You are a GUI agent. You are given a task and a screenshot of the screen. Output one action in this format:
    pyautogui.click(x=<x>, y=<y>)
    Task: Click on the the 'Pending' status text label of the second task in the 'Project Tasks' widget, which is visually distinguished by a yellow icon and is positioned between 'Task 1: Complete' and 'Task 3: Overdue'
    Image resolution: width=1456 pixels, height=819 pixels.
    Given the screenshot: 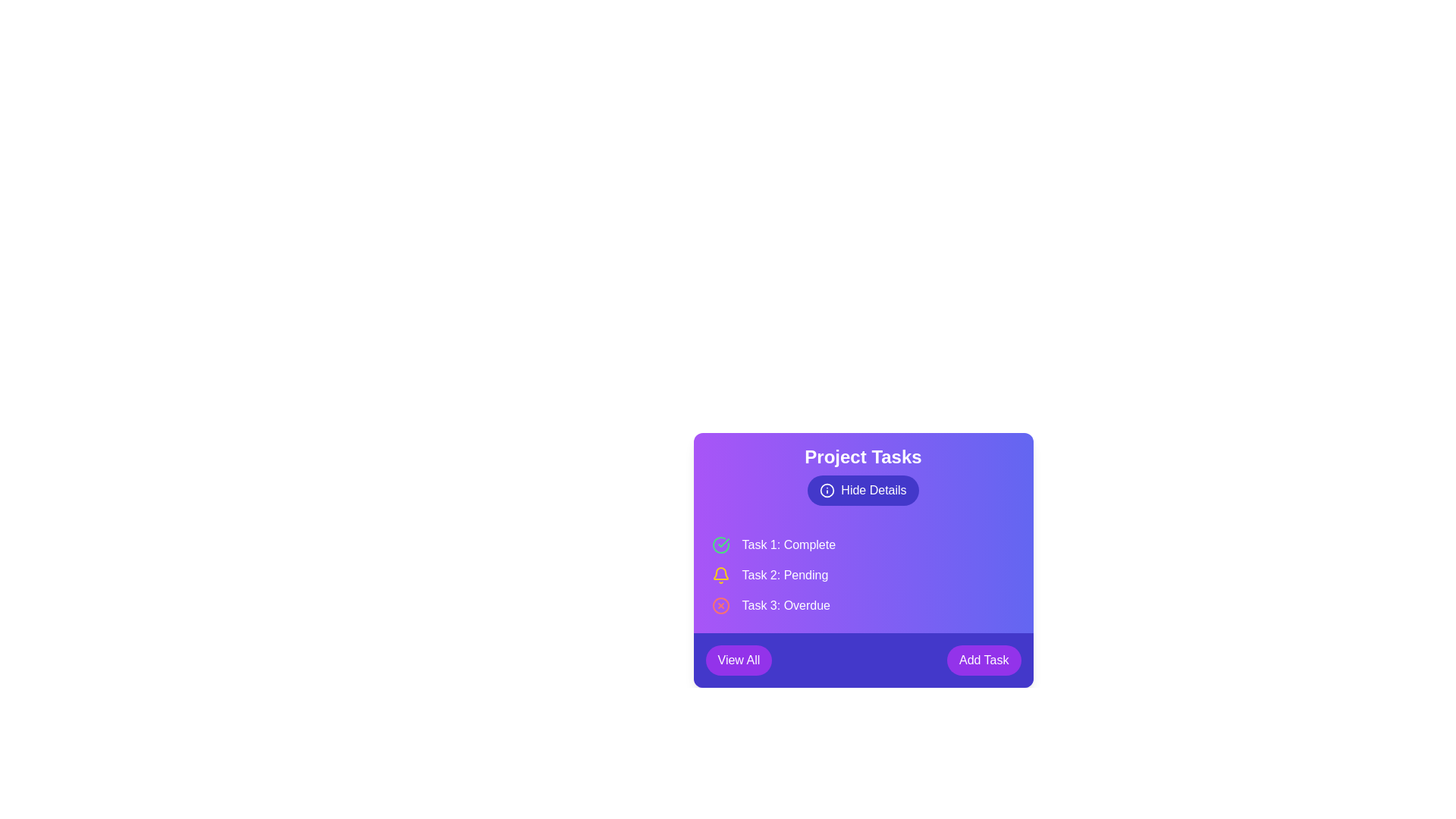 What is the action you would take?
    pyautogui.click(x=785, y=576)
    